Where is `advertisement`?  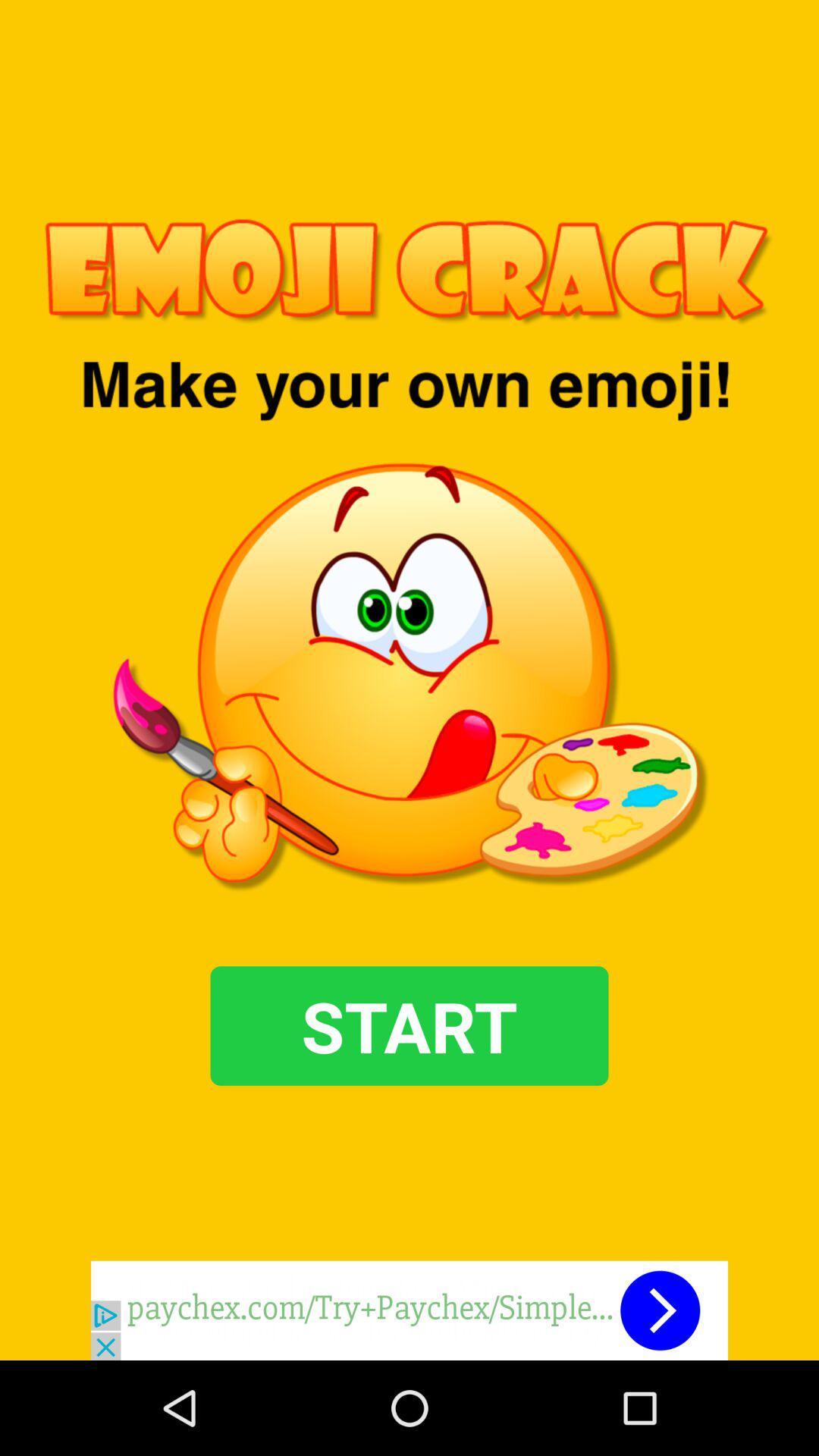
advertisement is located at coordinates (409, 1310).